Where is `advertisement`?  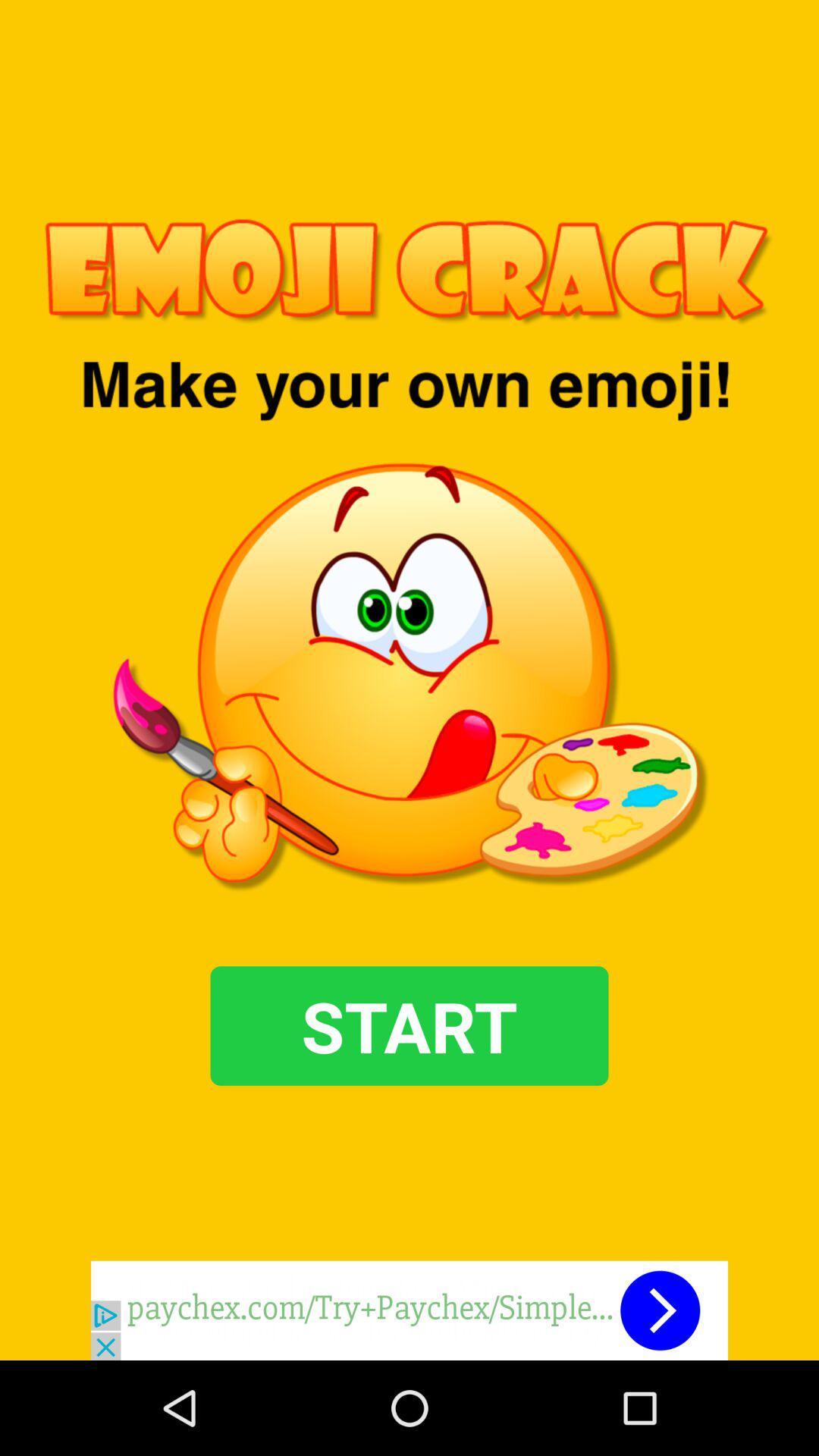
advertisement is located at coordinates (409, 1310).